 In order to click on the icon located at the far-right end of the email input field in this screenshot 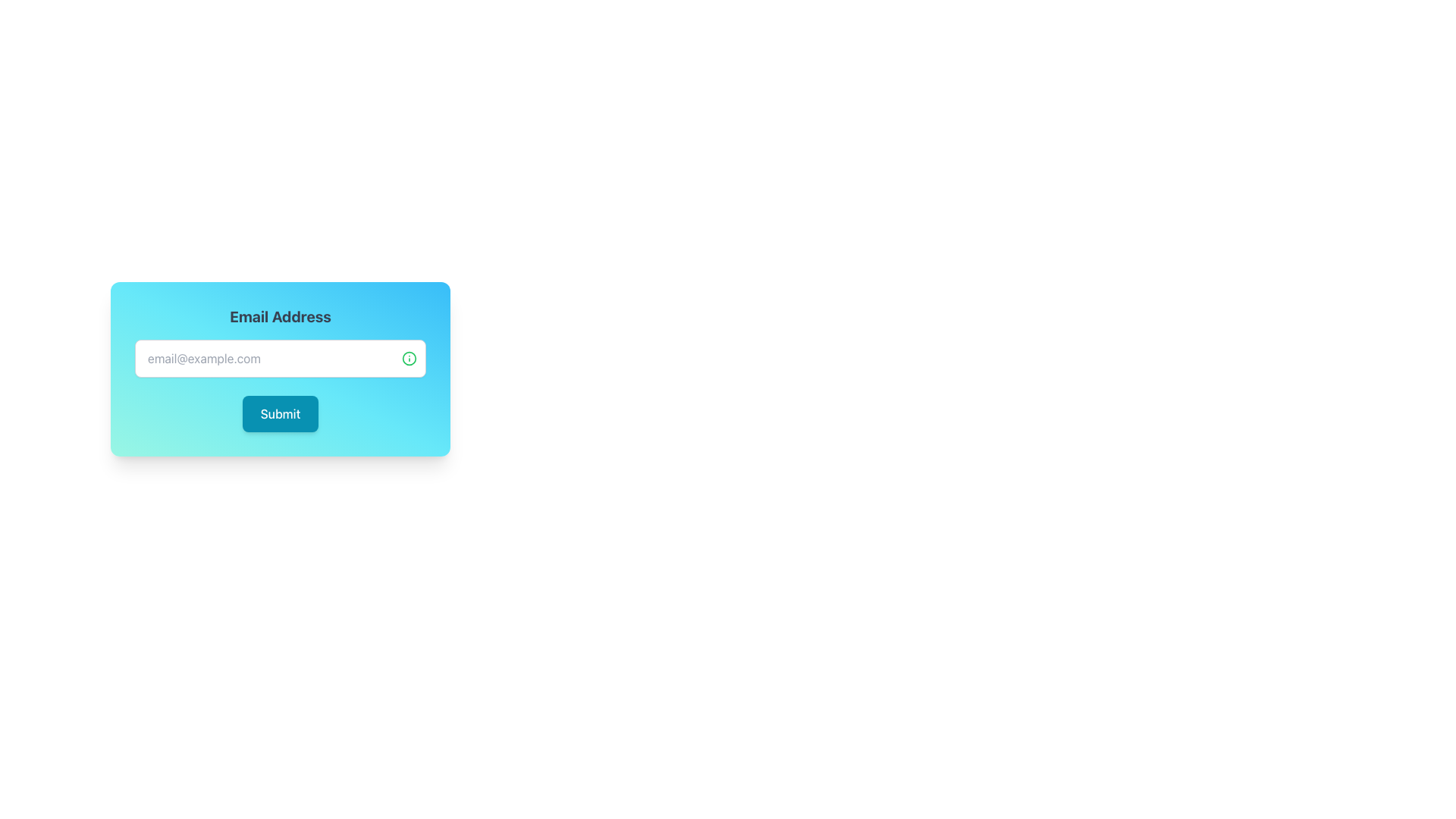, I will do `click(414, 359)`.